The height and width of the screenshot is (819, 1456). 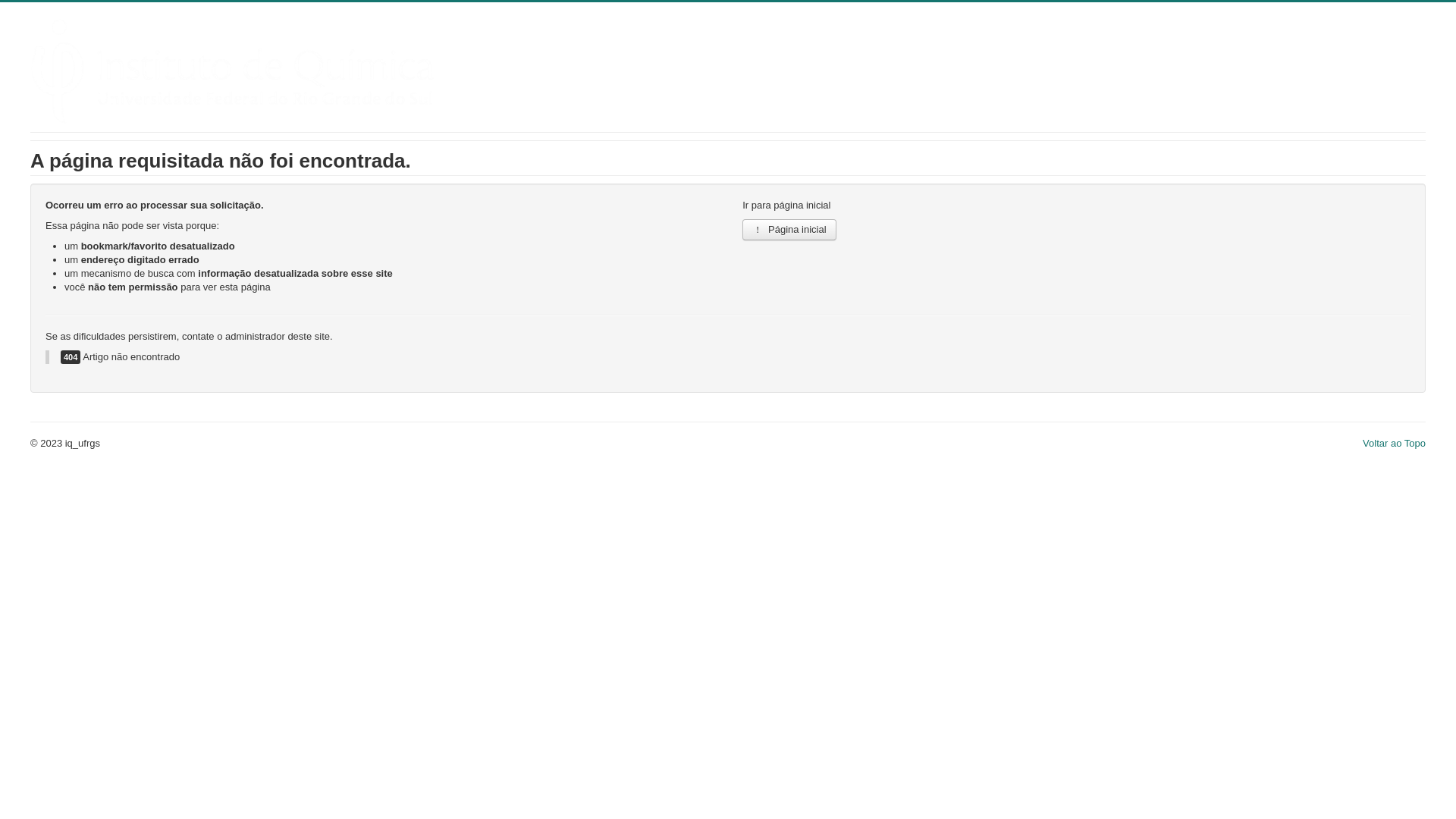 What do you see at coordinates (1394, 443) in the screenshot?
I see `'Voltar ao Topo'` at bounding box center [1394, 443].